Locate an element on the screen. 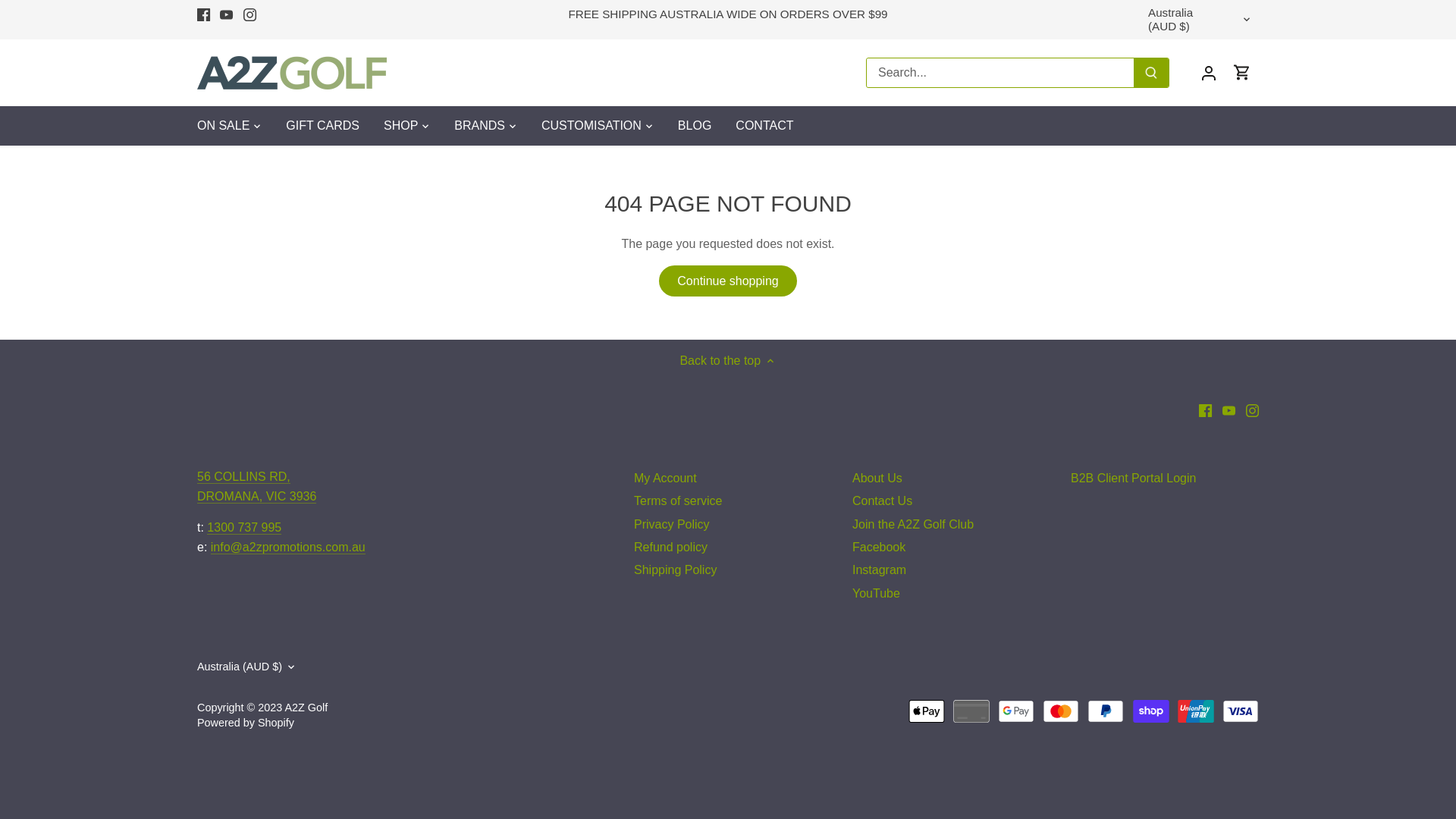 Image resolution: width=1456 pixels, height=819 pixels. 'BRANDS' is located at coordinates (479, 125).